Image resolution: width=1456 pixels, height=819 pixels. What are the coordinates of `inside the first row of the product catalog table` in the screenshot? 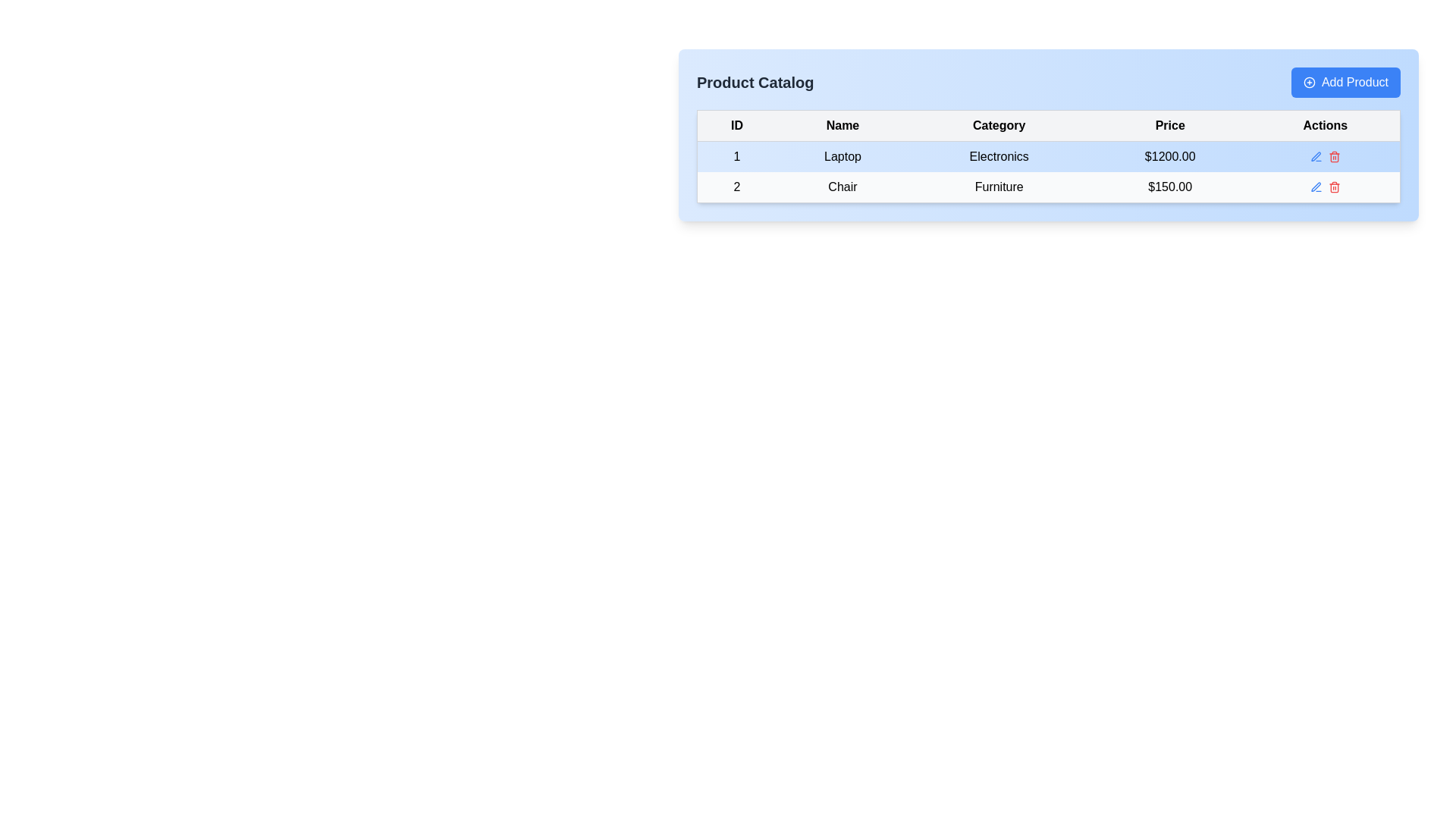 It's located at (1047, 156).